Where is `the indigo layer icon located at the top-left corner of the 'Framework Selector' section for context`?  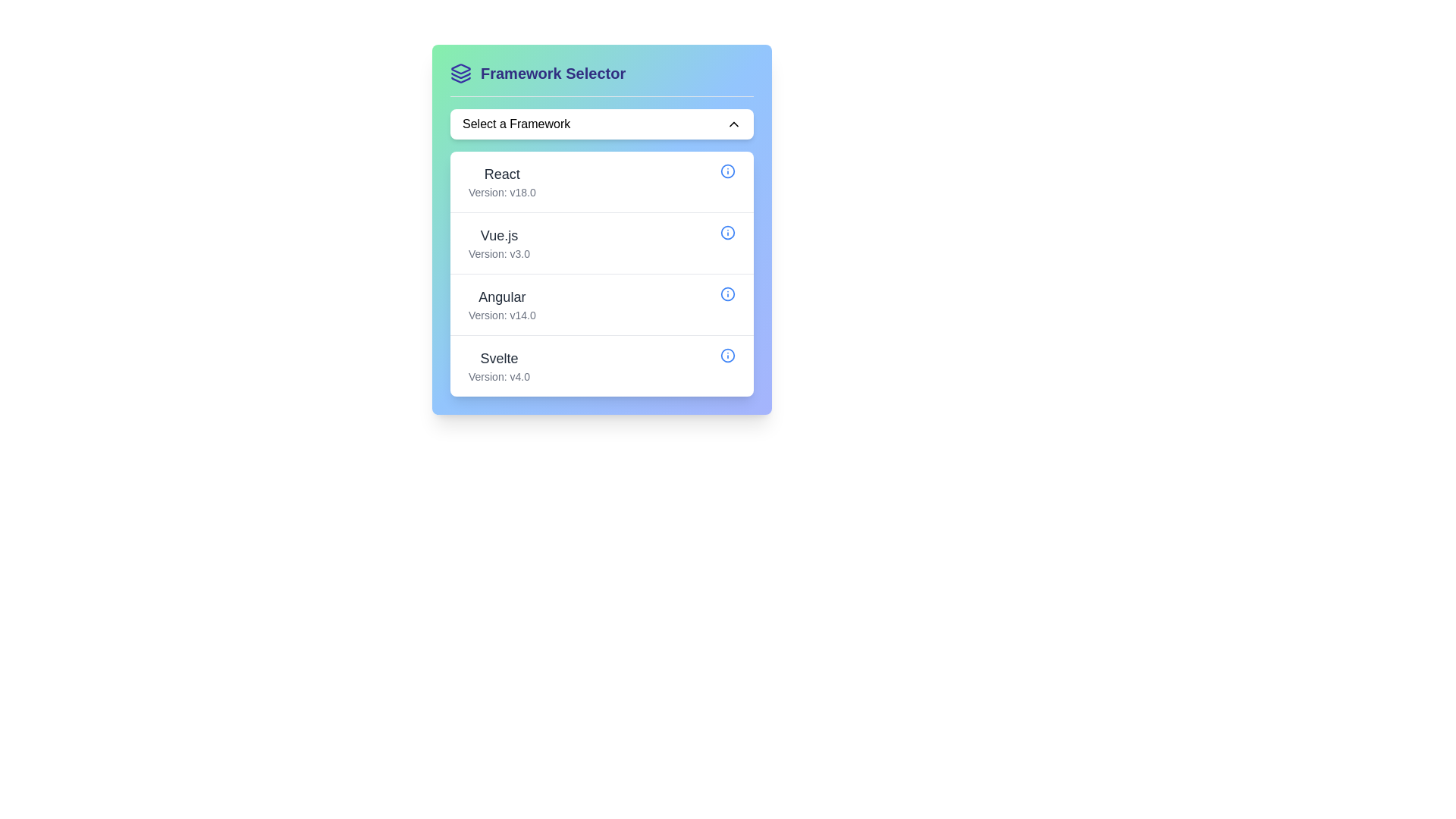 the indigo layer icon located at the top-left corner of the 'Framework Selector' section for context is located at coordinates (460, 73).